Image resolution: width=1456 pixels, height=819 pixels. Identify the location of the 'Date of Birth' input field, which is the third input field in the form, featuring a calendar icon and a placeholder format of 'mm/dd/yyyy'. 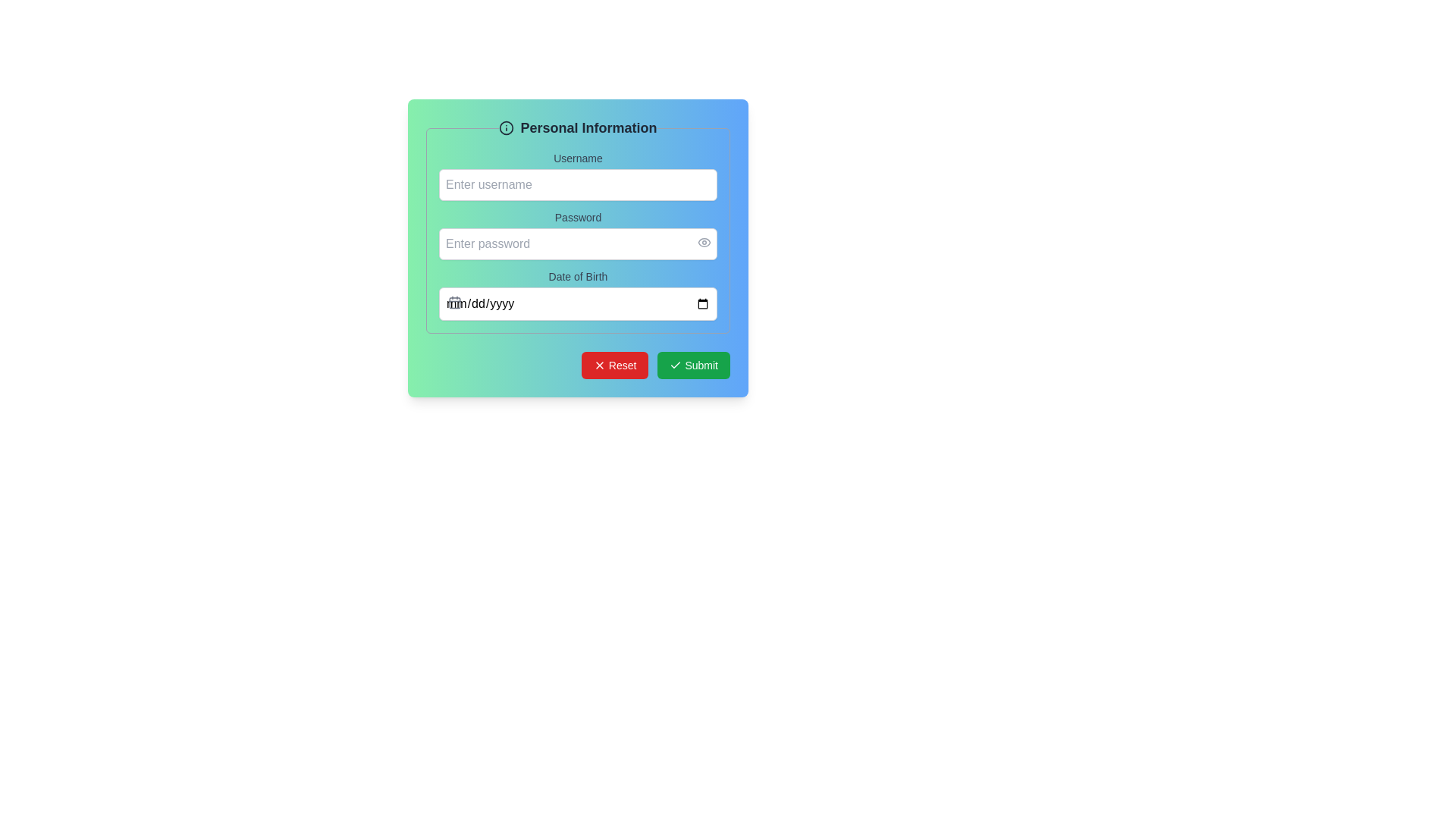
(577, 295).